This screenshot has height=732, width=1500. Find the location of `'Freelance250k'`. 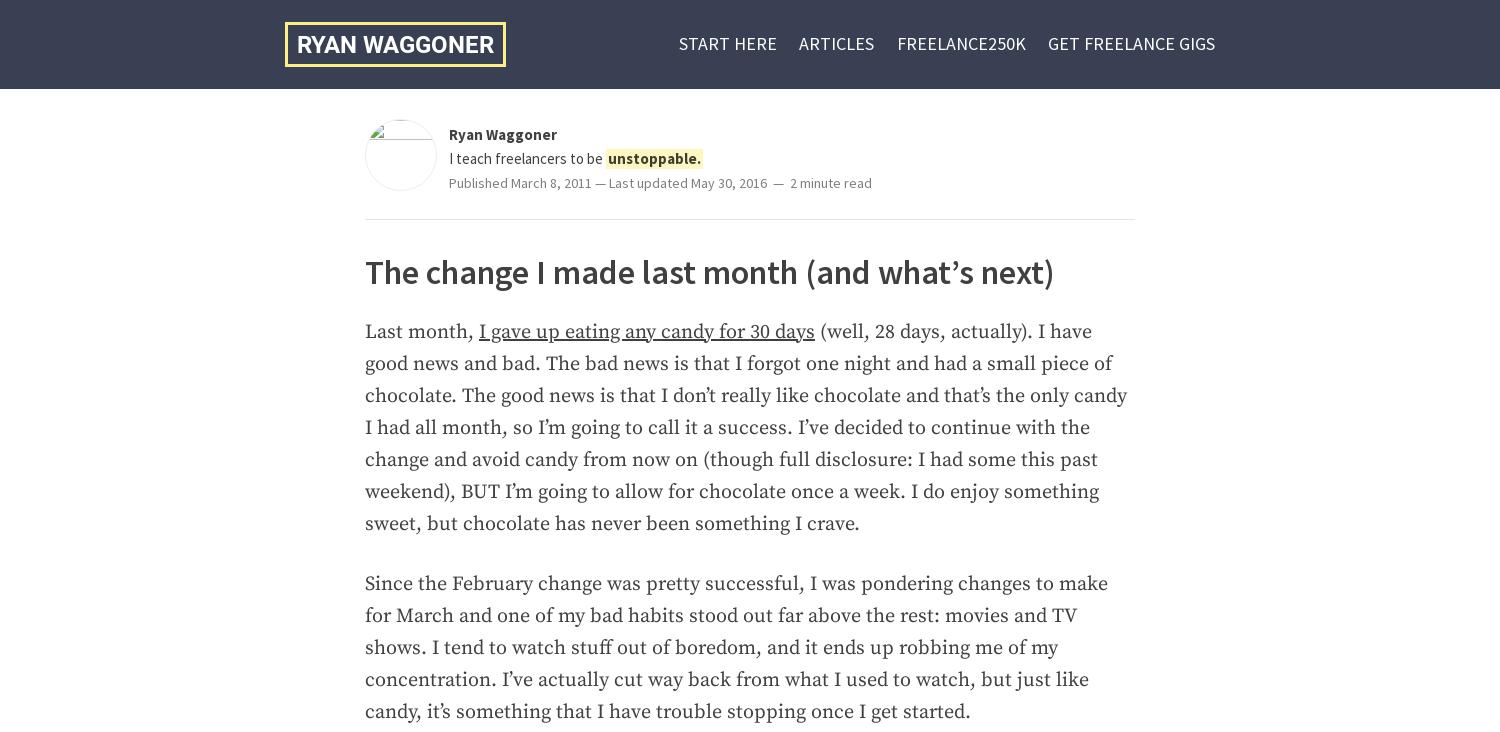

'Freelance250k' is located at coordinates (959, 42).